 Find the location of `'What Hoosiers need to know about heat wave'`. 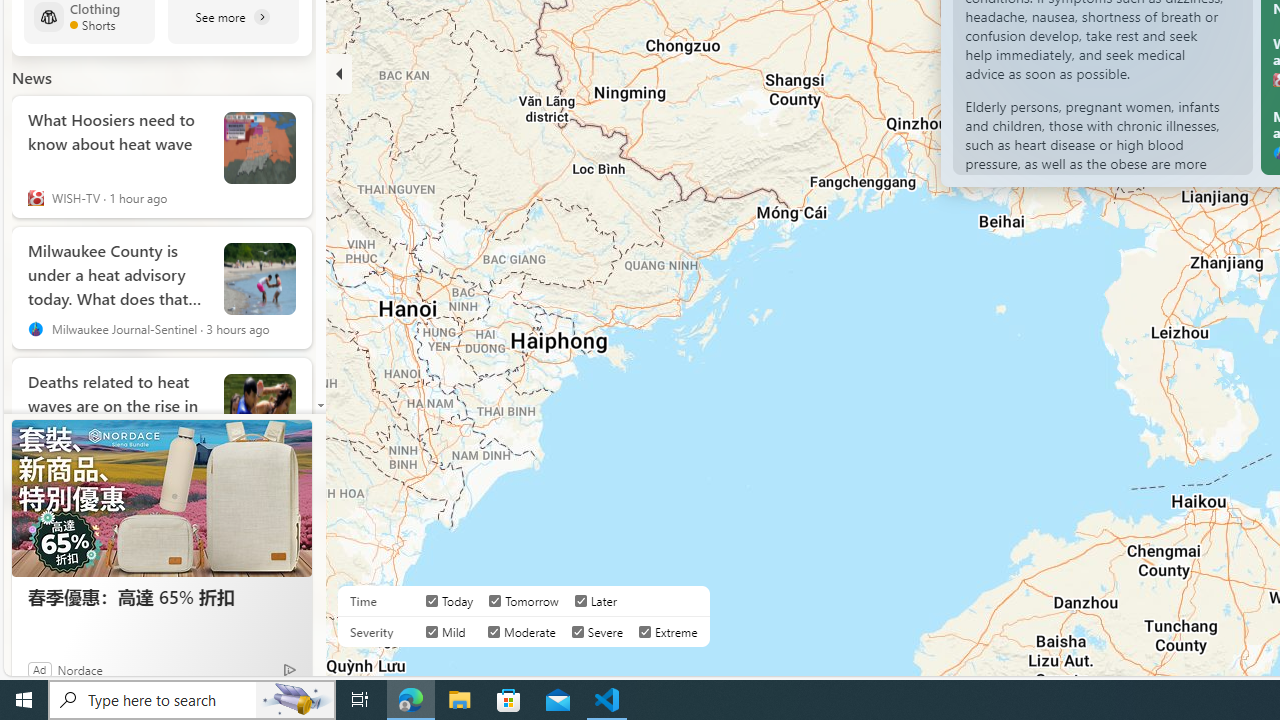

'What Hoosiers need to know about heat wave' is located at coordinates (116, 139).